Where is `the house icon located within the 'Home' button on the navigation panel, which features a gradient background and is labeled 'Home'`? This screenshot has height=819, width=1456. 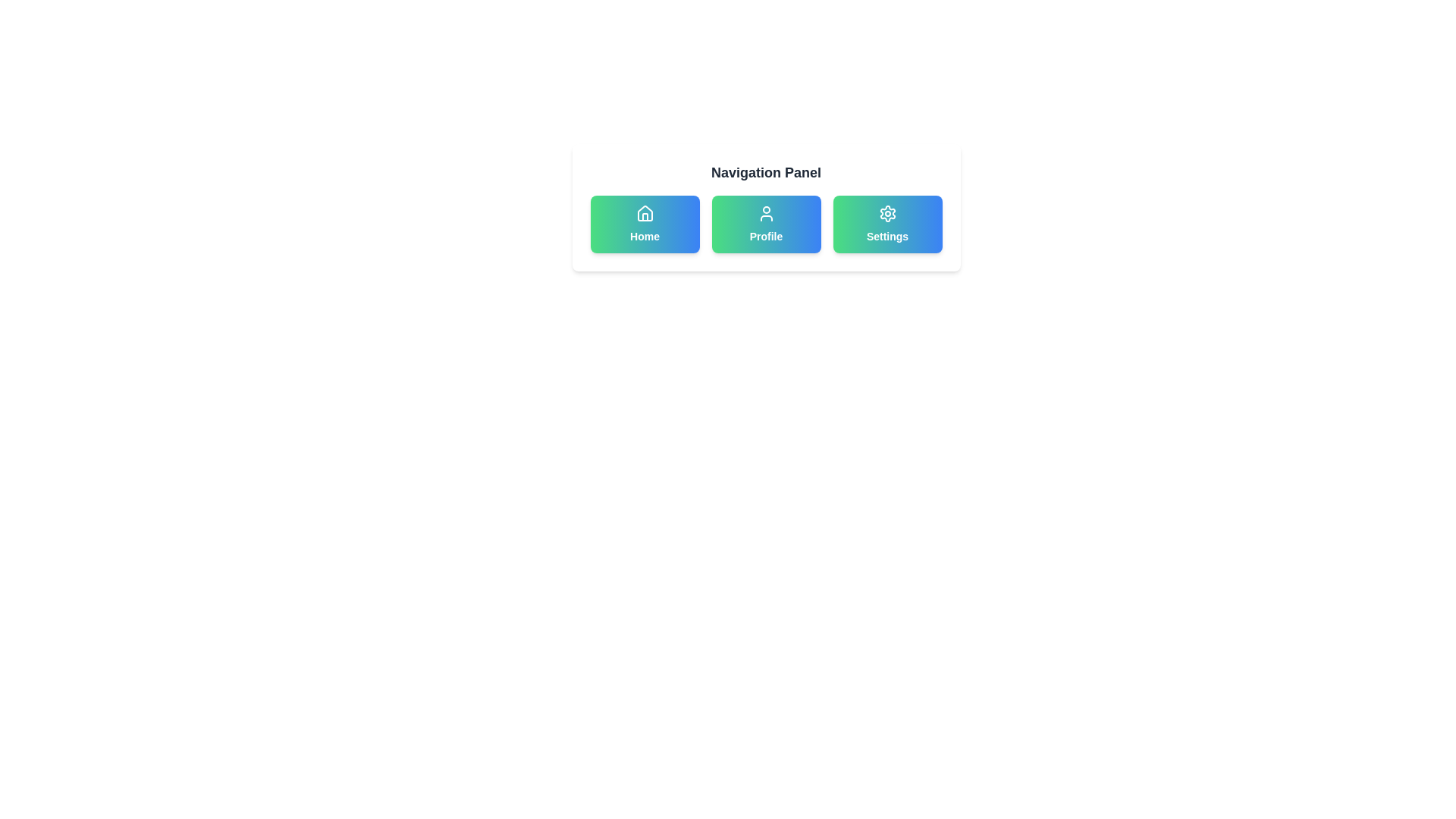
the house icon located within the 'Home' button on the navigation panel, which features a gradient background and is labeled 'Home' is located at coordinates (645, 213).